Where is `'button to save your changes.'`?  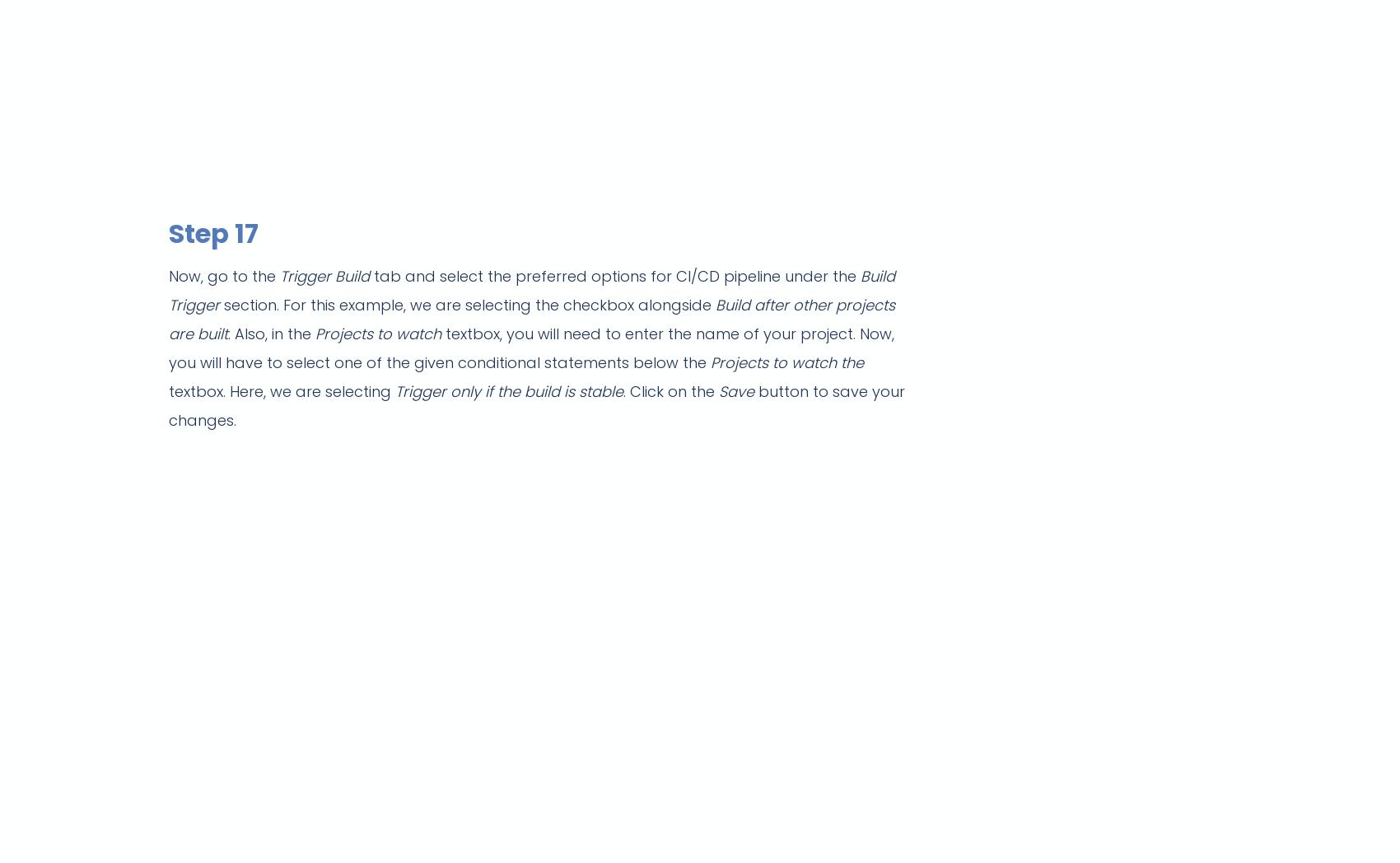
'button to save your changes.' is located at coordinates (168, 405).